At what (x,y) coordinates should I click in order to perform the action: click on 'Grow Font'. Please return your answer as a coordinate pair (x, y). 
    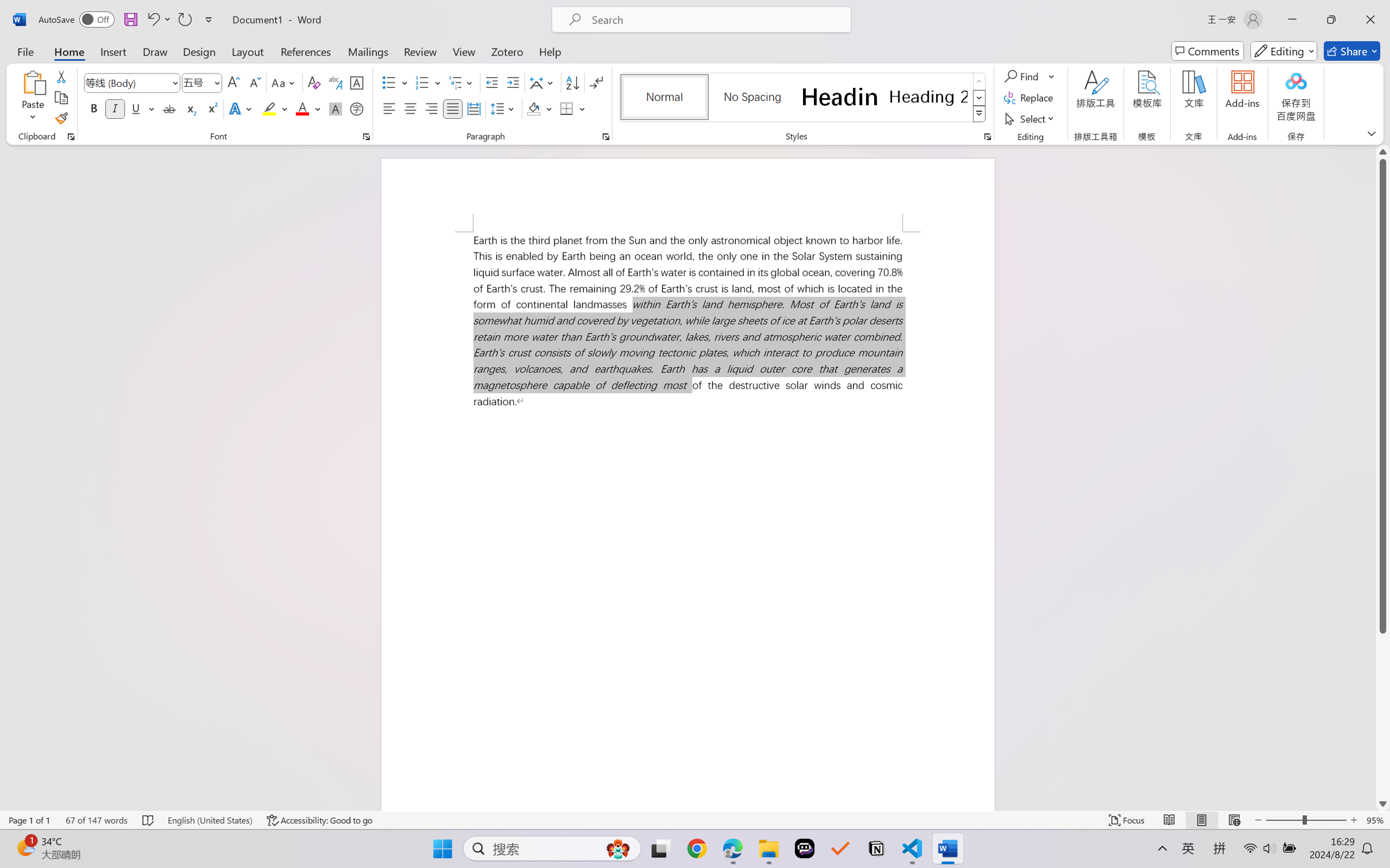
    Looking at the image, I should click on (233, 83).